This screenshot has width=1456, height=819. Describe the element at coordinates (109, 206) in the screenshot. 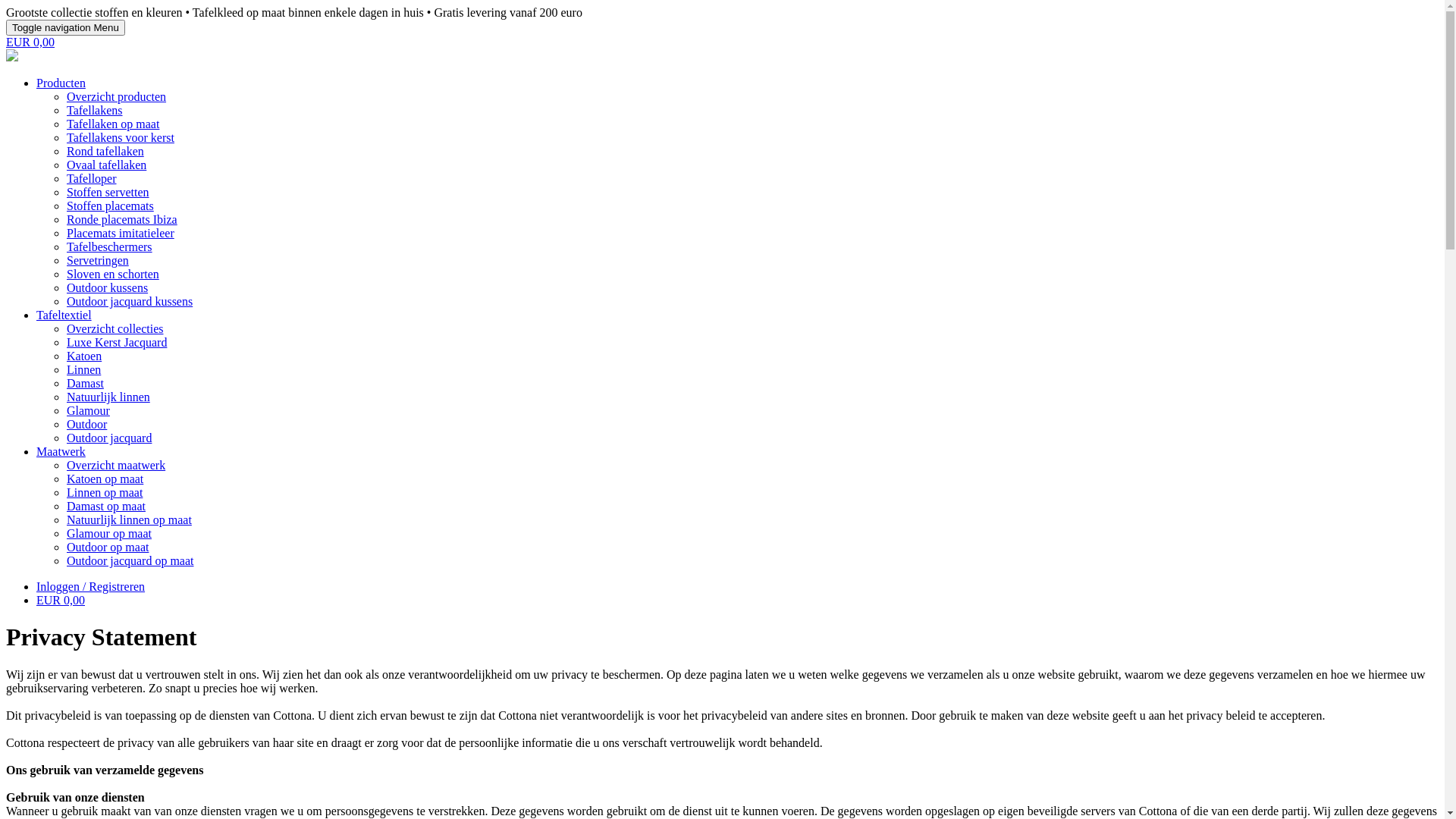

I see `'Stoffen placemats'` at that location.